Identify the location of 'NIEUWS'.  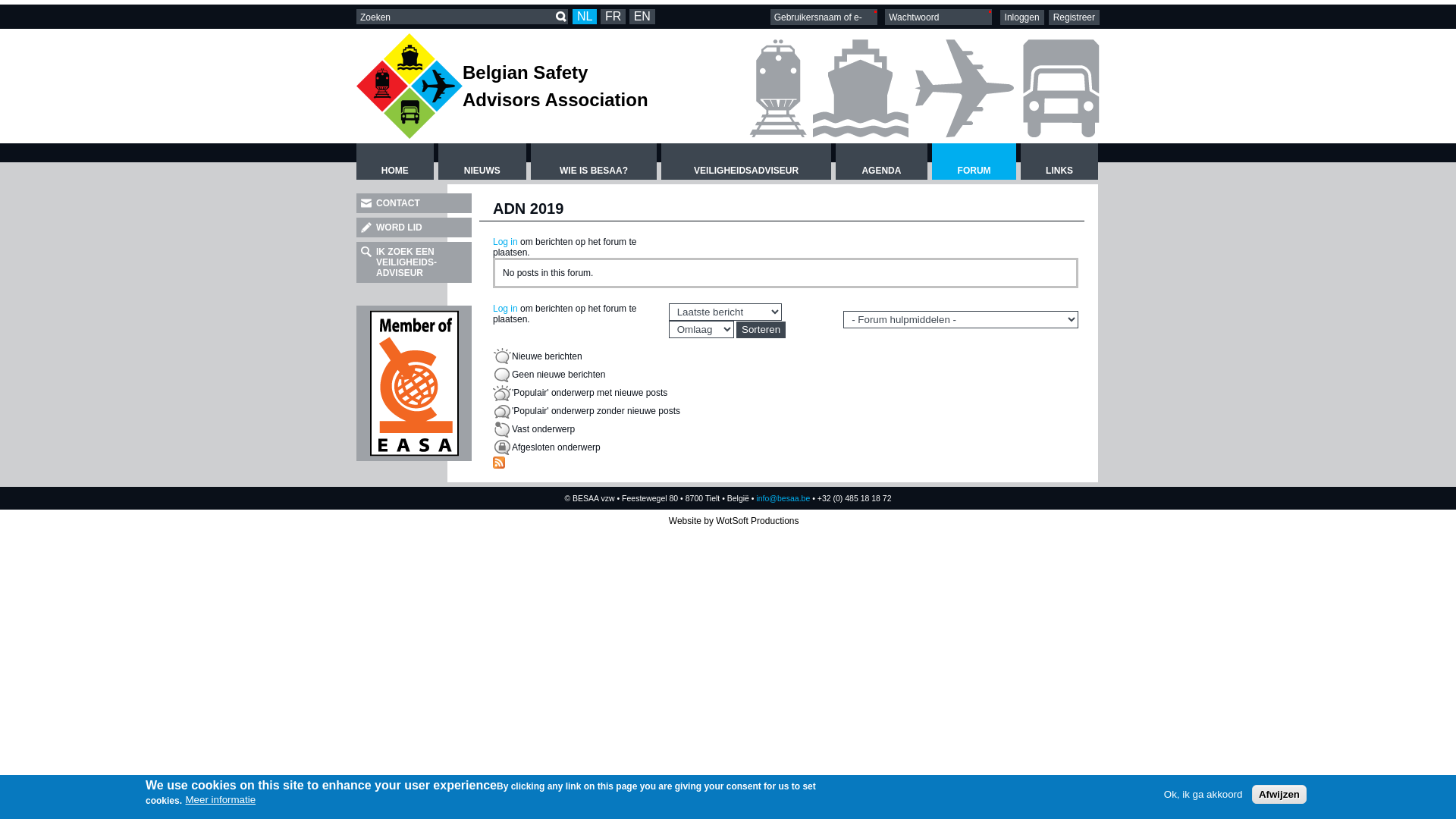
(481, 161).